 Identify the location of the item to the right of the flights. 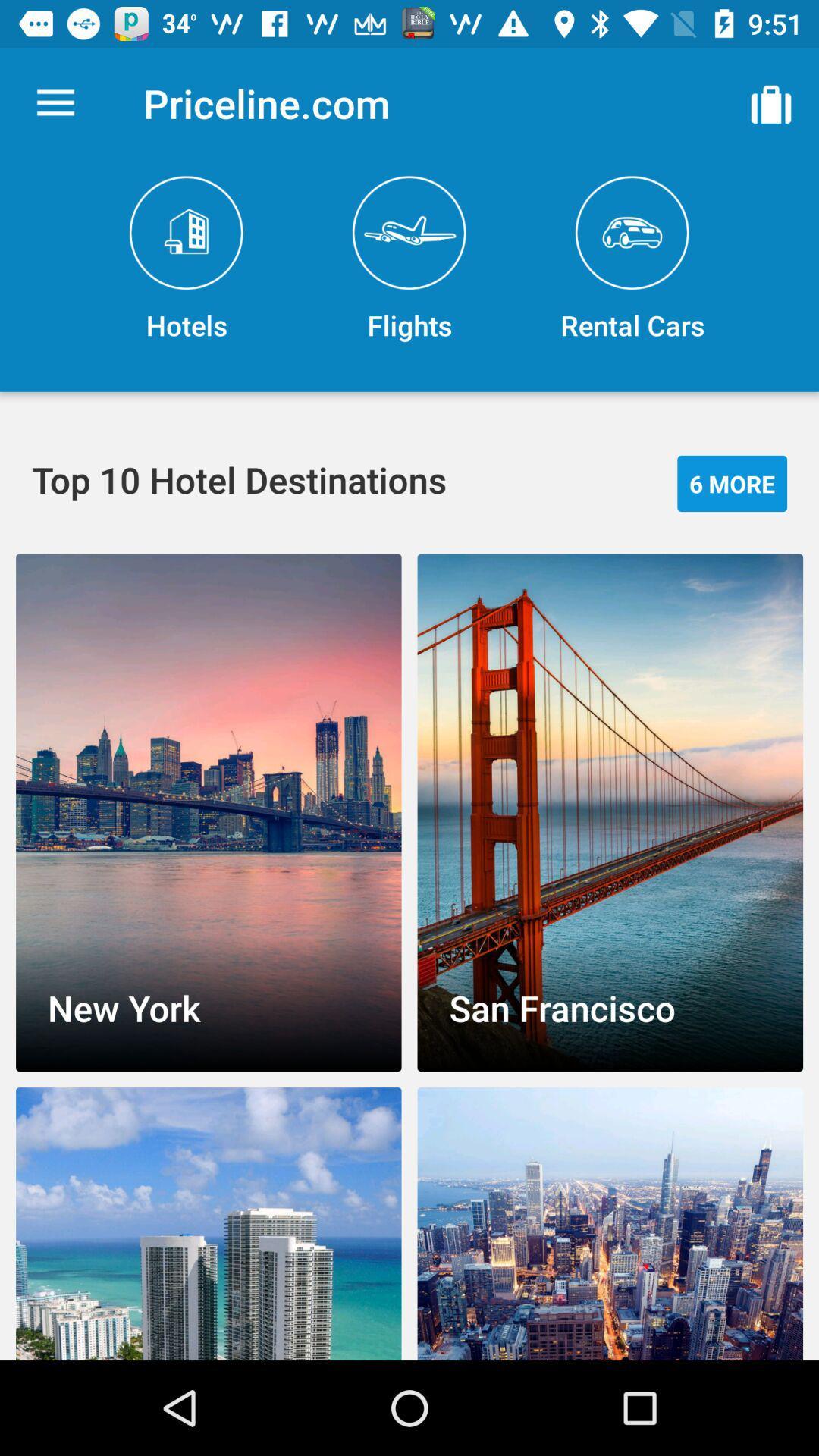
(632, 259).